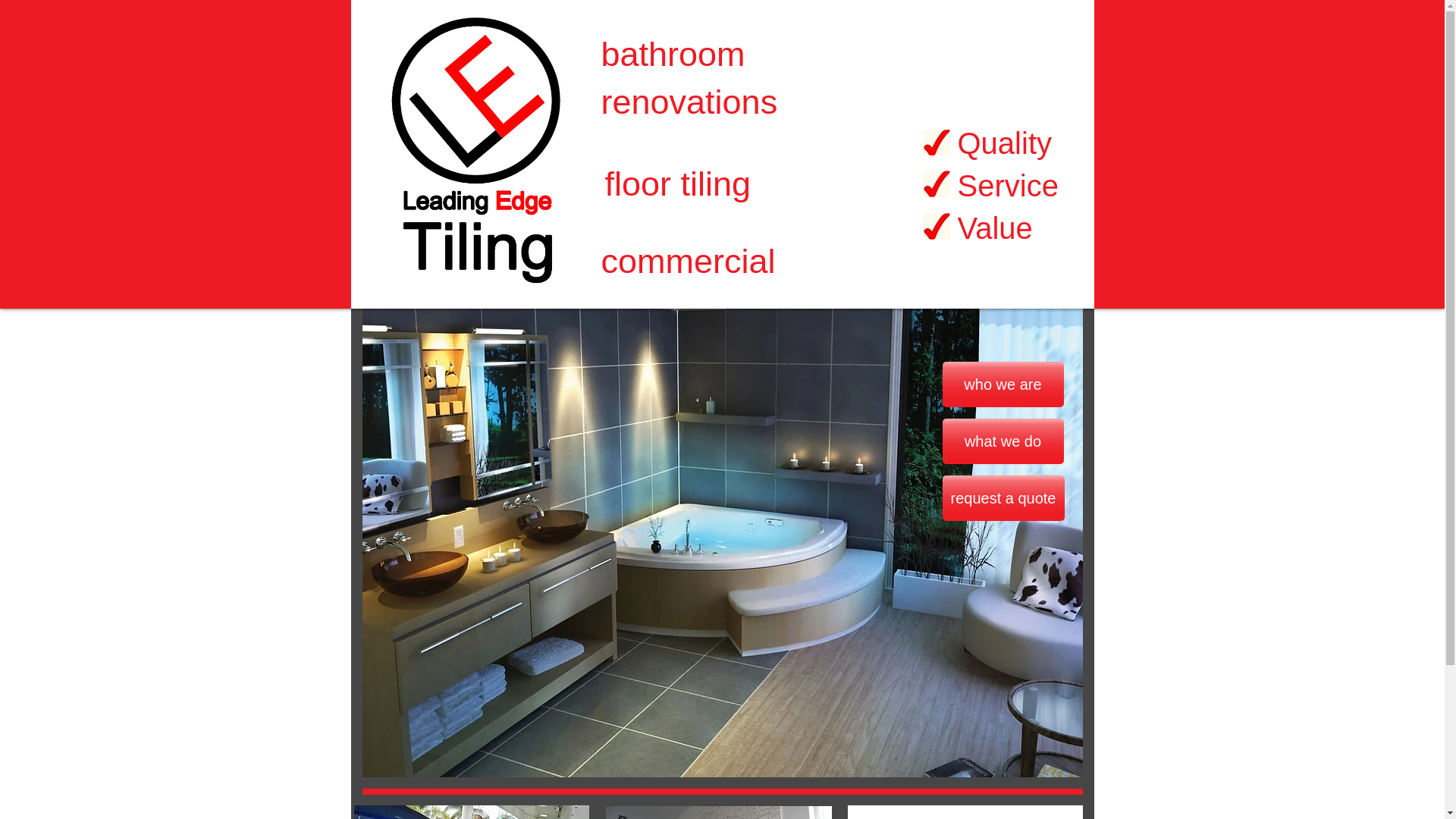  What do you see at coordinates (1002, 441) in the screenshot?
I see `'what we do'` at bounding box center [1002, 441].